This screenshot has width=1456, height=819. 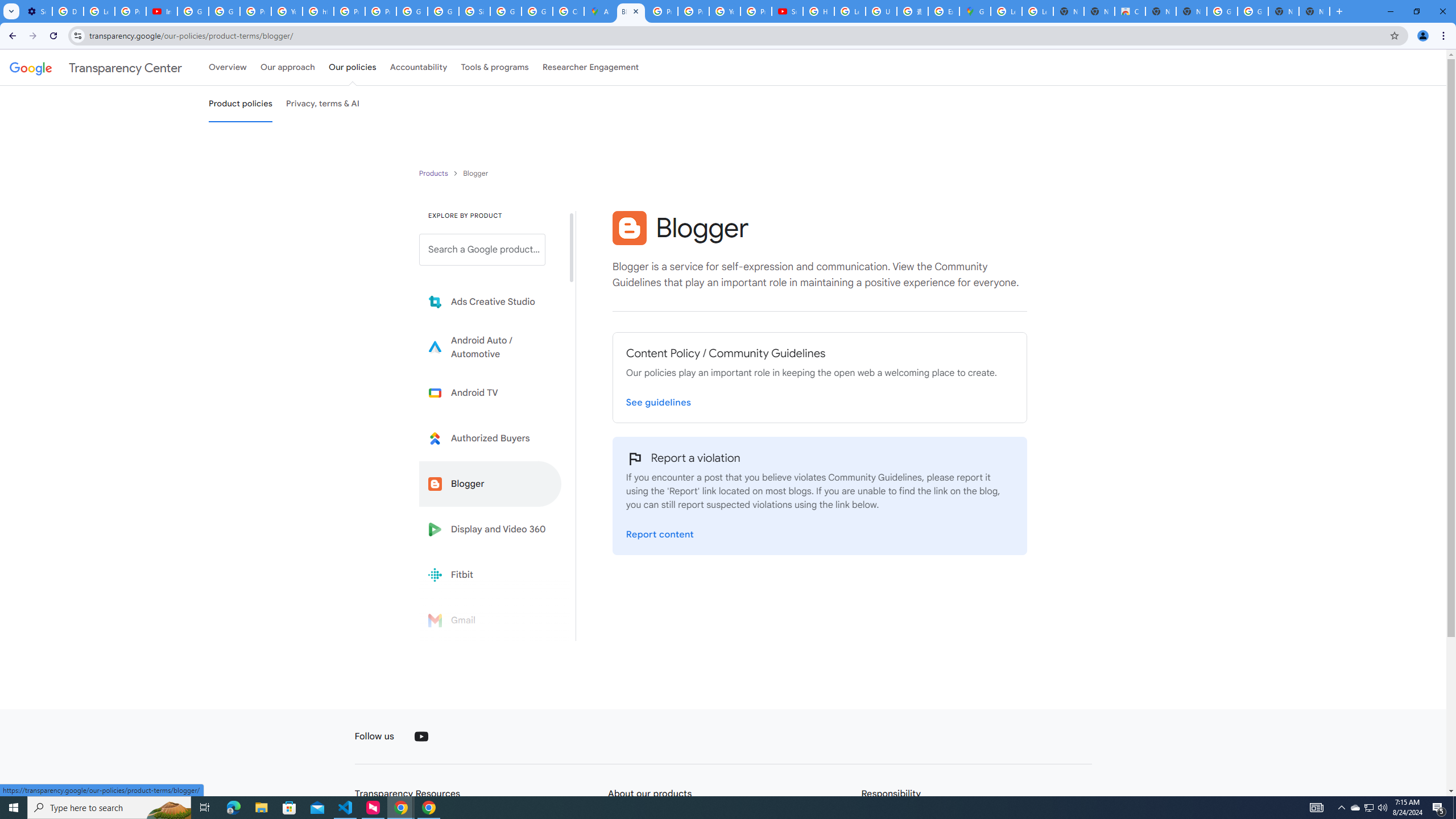 What do you see at coordinates (490, 347) in the screenshot?
I see `'Learn more about Android Auto'` at bounding box center [490, 347].